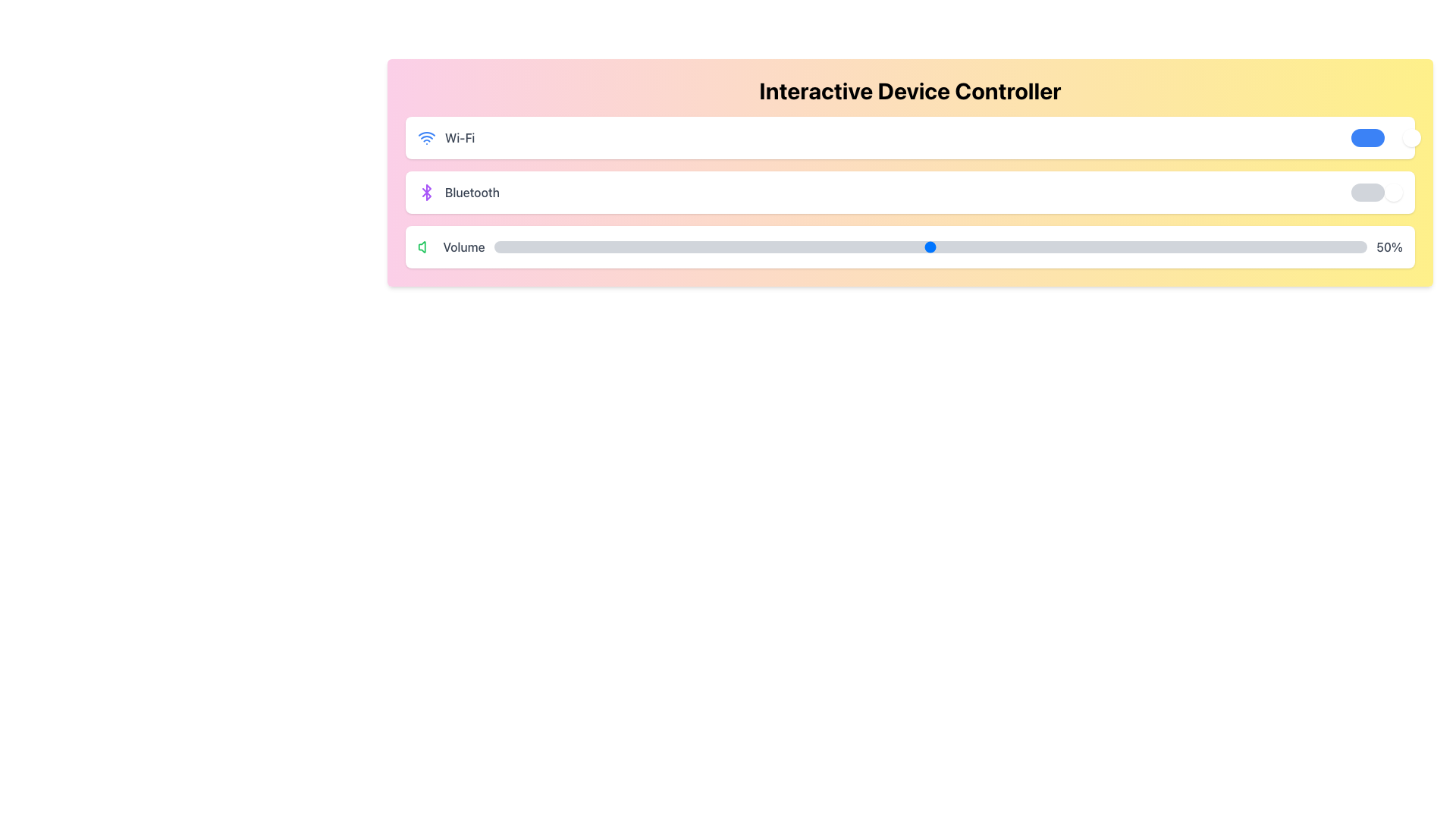 The height and width of the screenshot is (819, 1456). Describe the element at coordinates (459, 137) in the screenshot. I see `the text element that serves as a label for the Wi-Fi functionality, positioned to the right of the Wi-Fi icon in the first row of options` at that location.